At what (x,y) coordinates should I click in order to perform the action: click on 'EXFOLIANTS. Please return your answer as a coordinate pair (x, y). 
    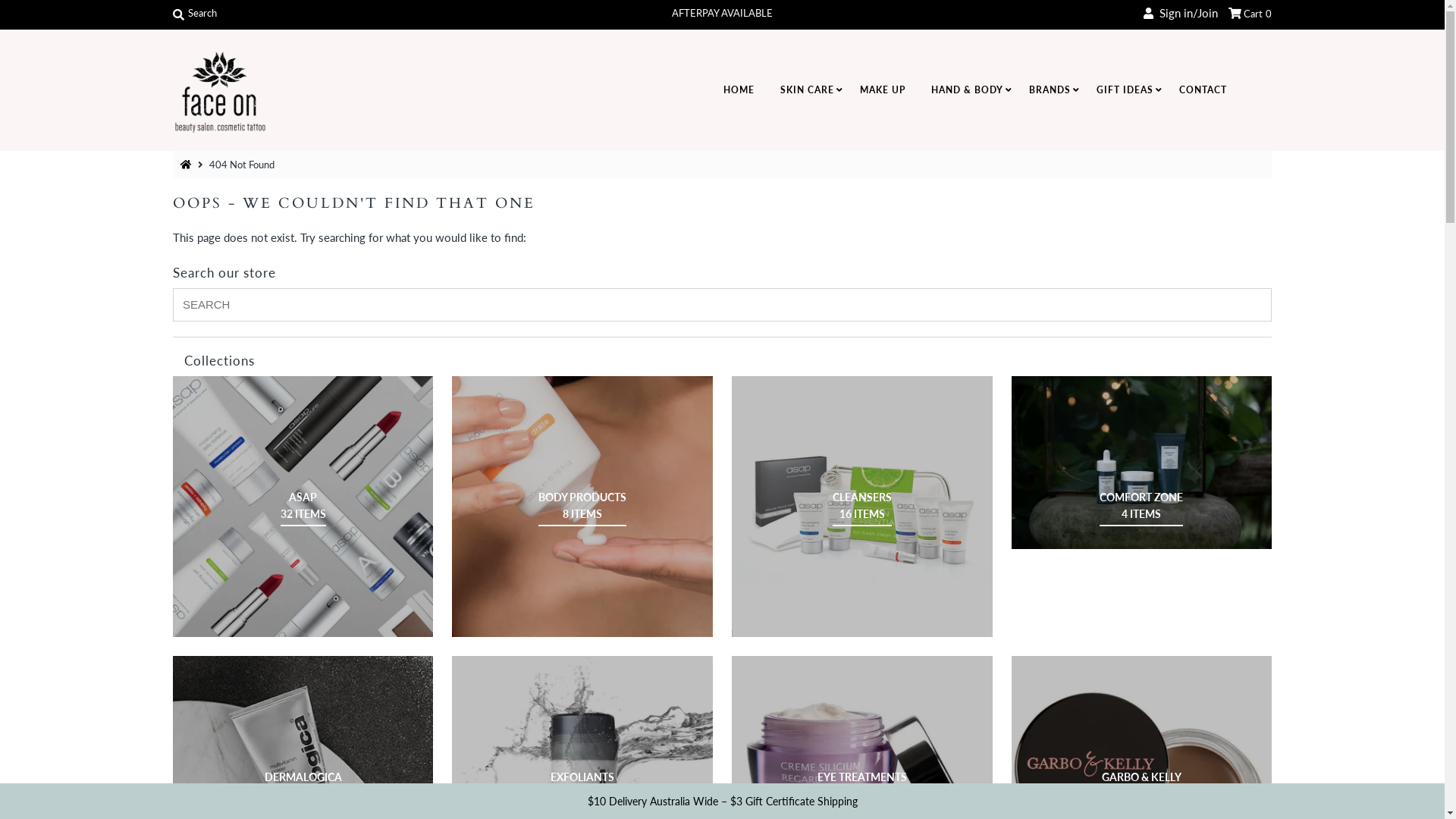
    Looking at the image, I should click on (549, 785).